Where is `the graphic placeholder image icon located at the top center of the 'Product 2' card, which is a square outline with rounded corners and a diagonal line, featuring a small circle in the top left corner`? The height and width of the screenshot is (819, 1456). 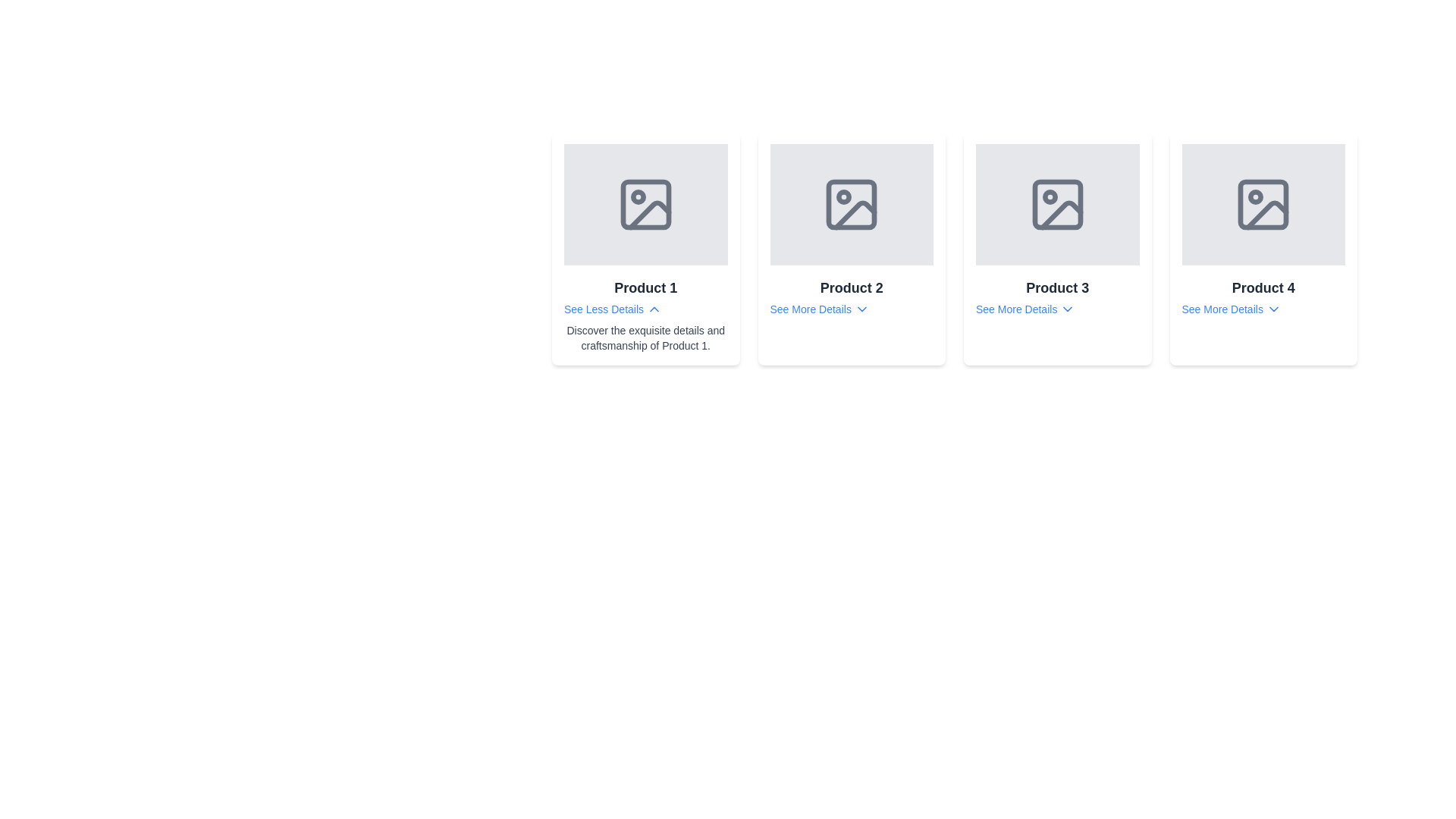 the graphic placeholder image icon located at the top center of the 'Product 2' card, which is a square outline with rounded corners and a diagonal line, featuring a small circle in the top left corner is located at coordinates (852, 205).